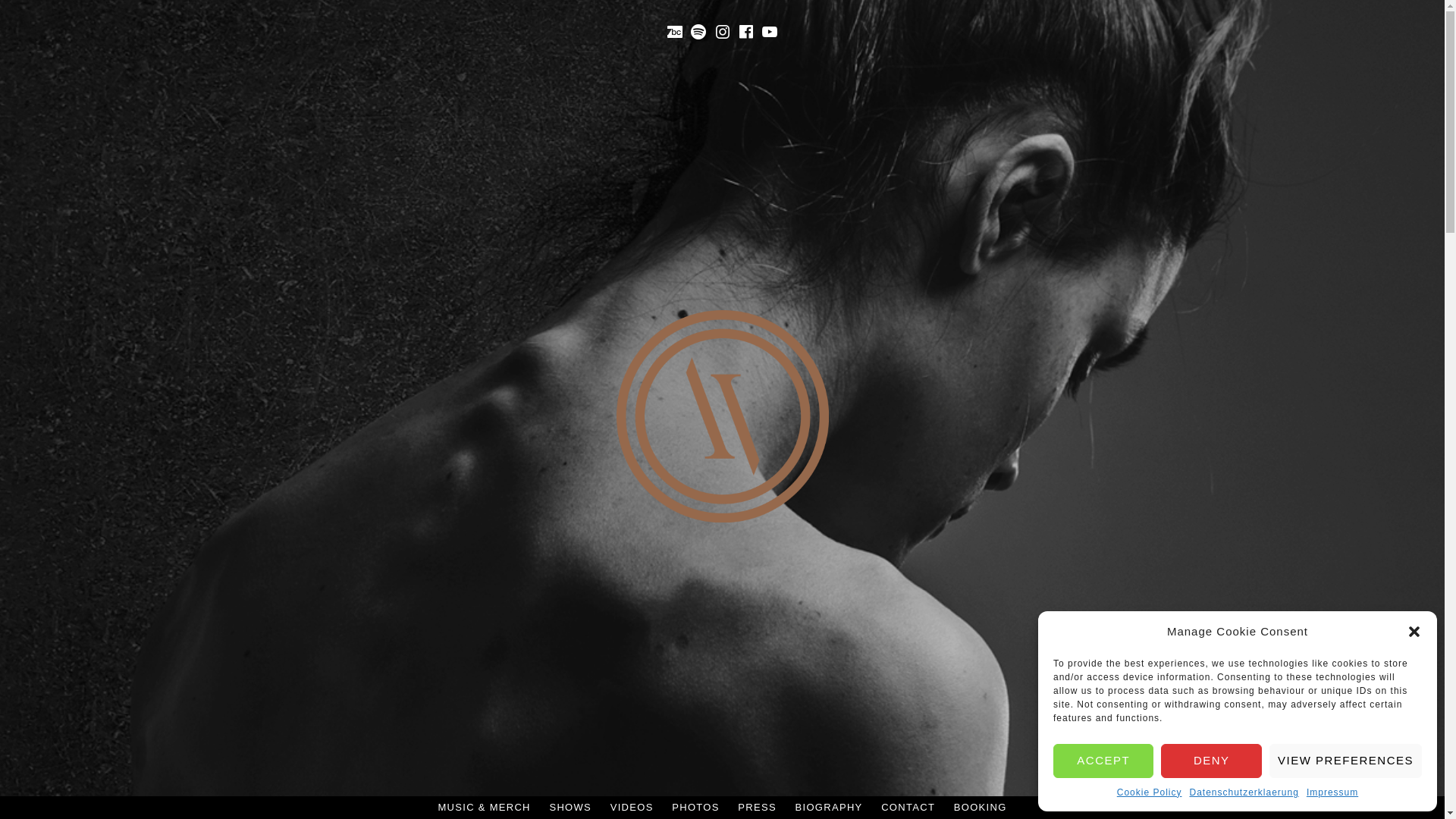  Describe the element at coordinates (1331, 792) in the screenshot. I see `'Impressum'` at that location.